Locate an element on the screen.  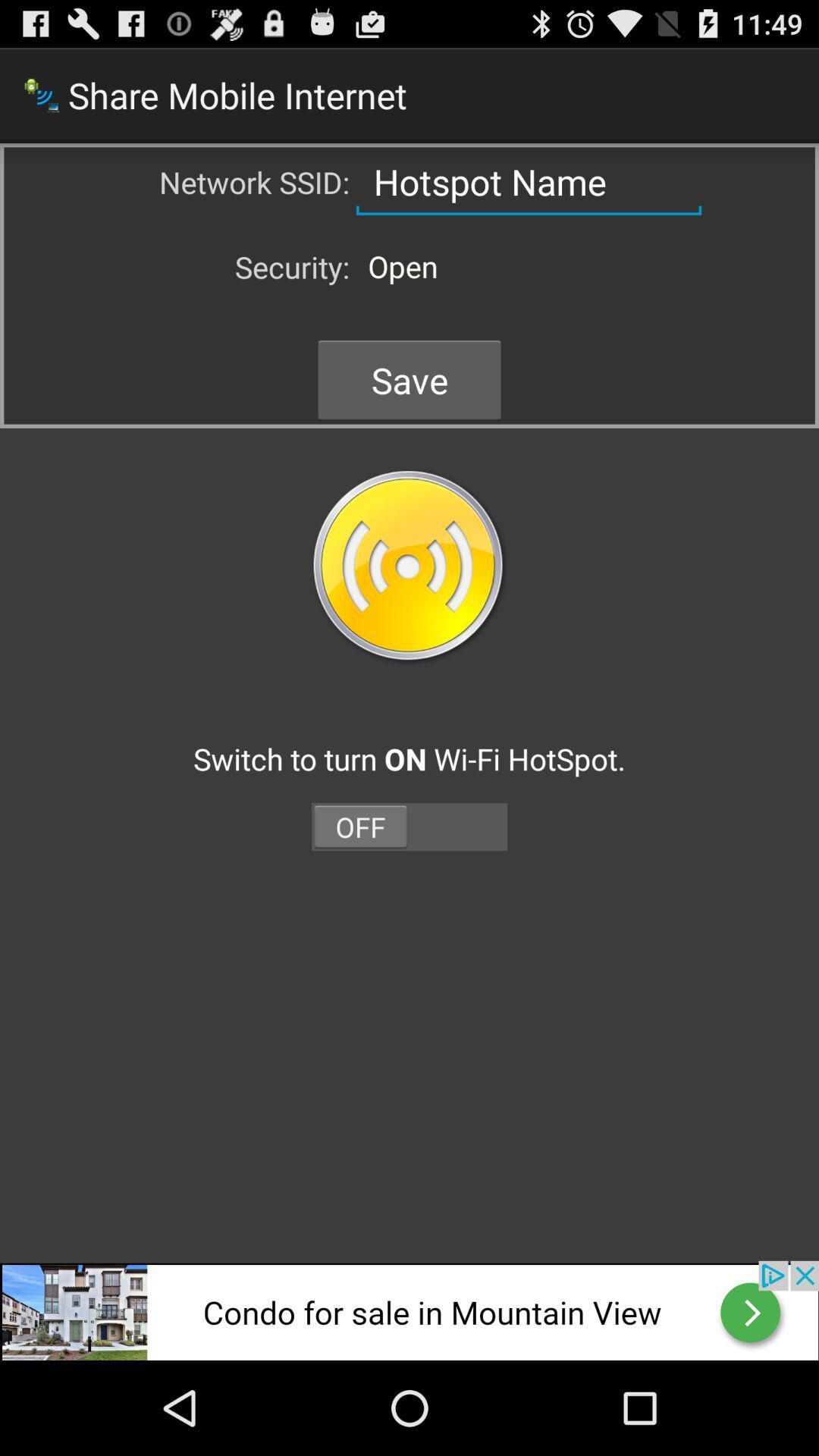
sound recorter is located at coordinates (409, 1310).